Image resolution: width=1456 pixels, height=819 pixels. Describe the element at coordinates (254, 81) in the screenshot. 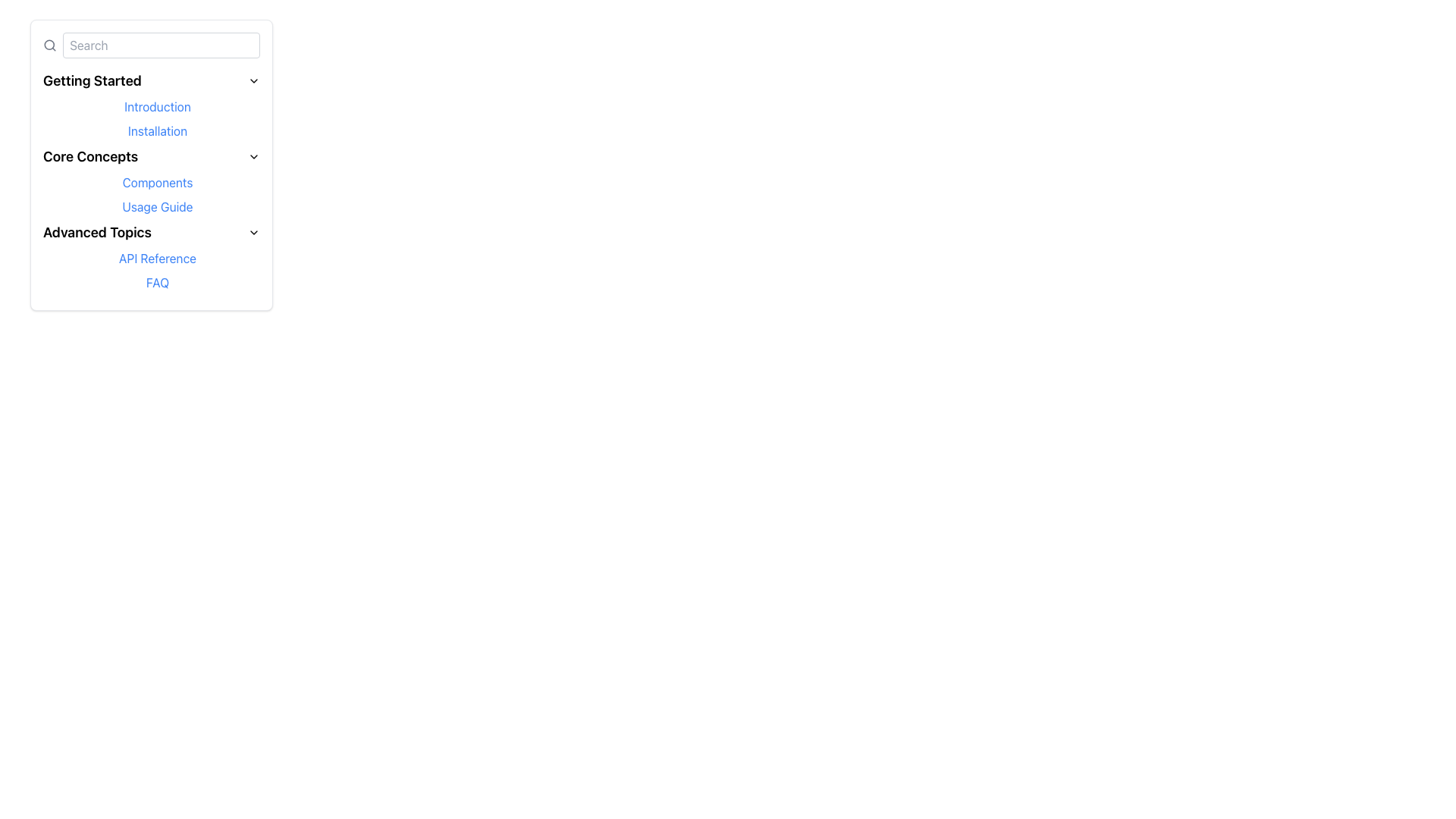

I see `the Chevron Icon located to the right of the 'Getting Started' text in the navigation menu` at that location.